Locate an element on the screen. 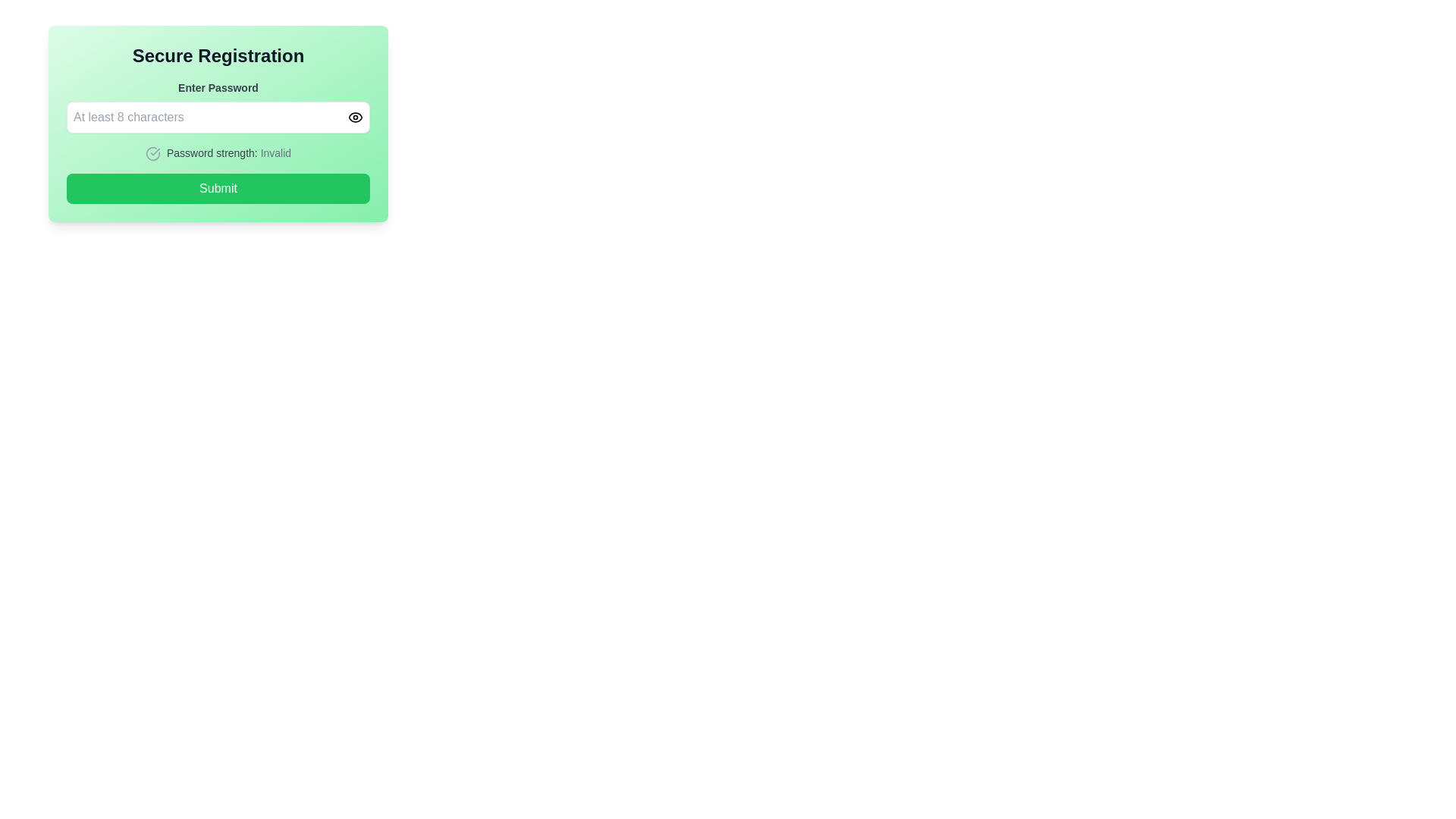  the static label text that indicates the password's evaluated strength, positioned to the left of the 'Invalid' text is located at coordinates (212, 152).